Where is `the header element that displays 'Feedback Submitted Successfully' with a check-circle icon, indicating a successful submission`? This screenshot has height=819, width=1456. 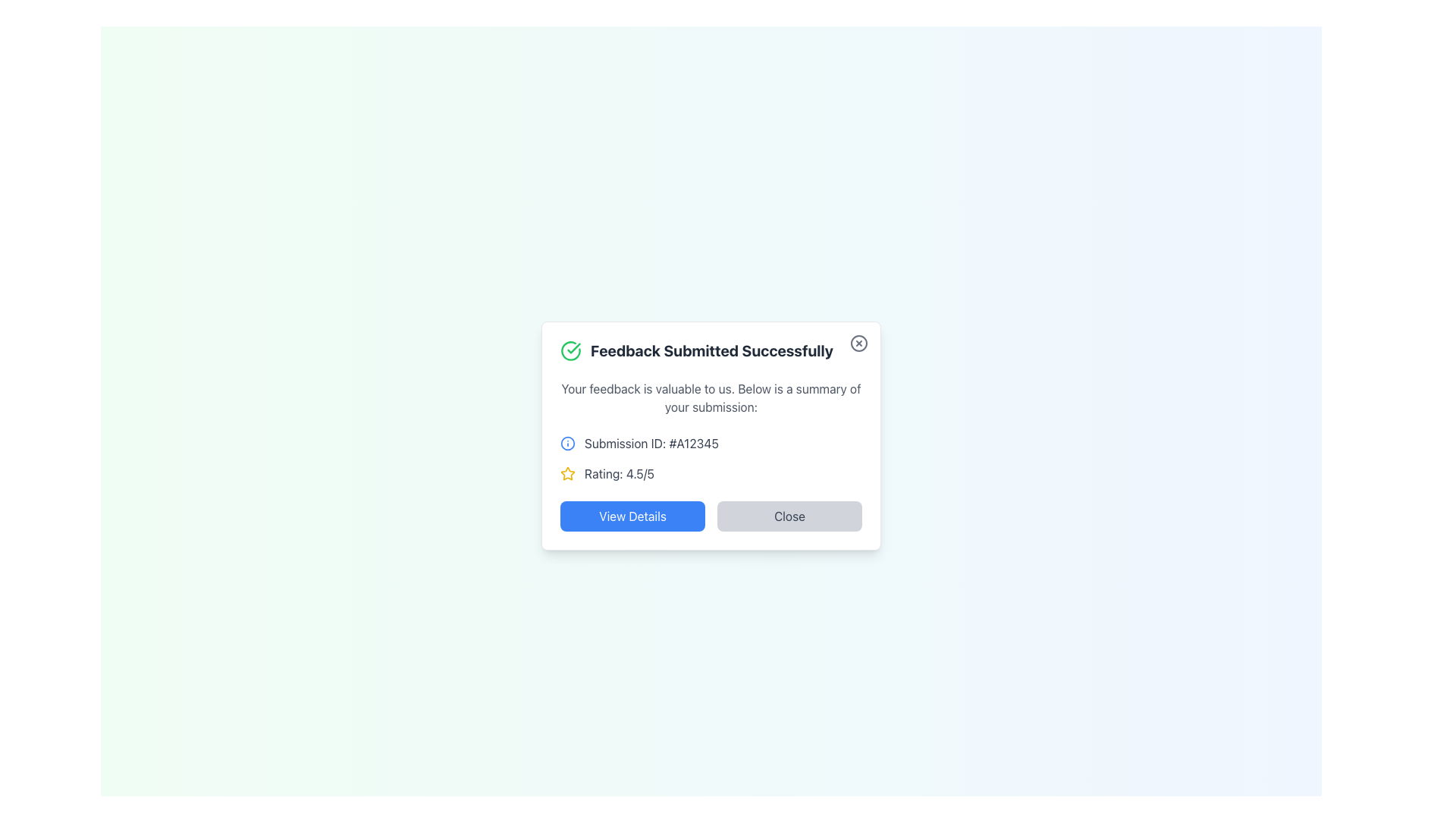 the header element that displays 'Feedback Submitted Successfully' with a check-circle icon, indicating a successful submission is located at coordinates (710, 350).